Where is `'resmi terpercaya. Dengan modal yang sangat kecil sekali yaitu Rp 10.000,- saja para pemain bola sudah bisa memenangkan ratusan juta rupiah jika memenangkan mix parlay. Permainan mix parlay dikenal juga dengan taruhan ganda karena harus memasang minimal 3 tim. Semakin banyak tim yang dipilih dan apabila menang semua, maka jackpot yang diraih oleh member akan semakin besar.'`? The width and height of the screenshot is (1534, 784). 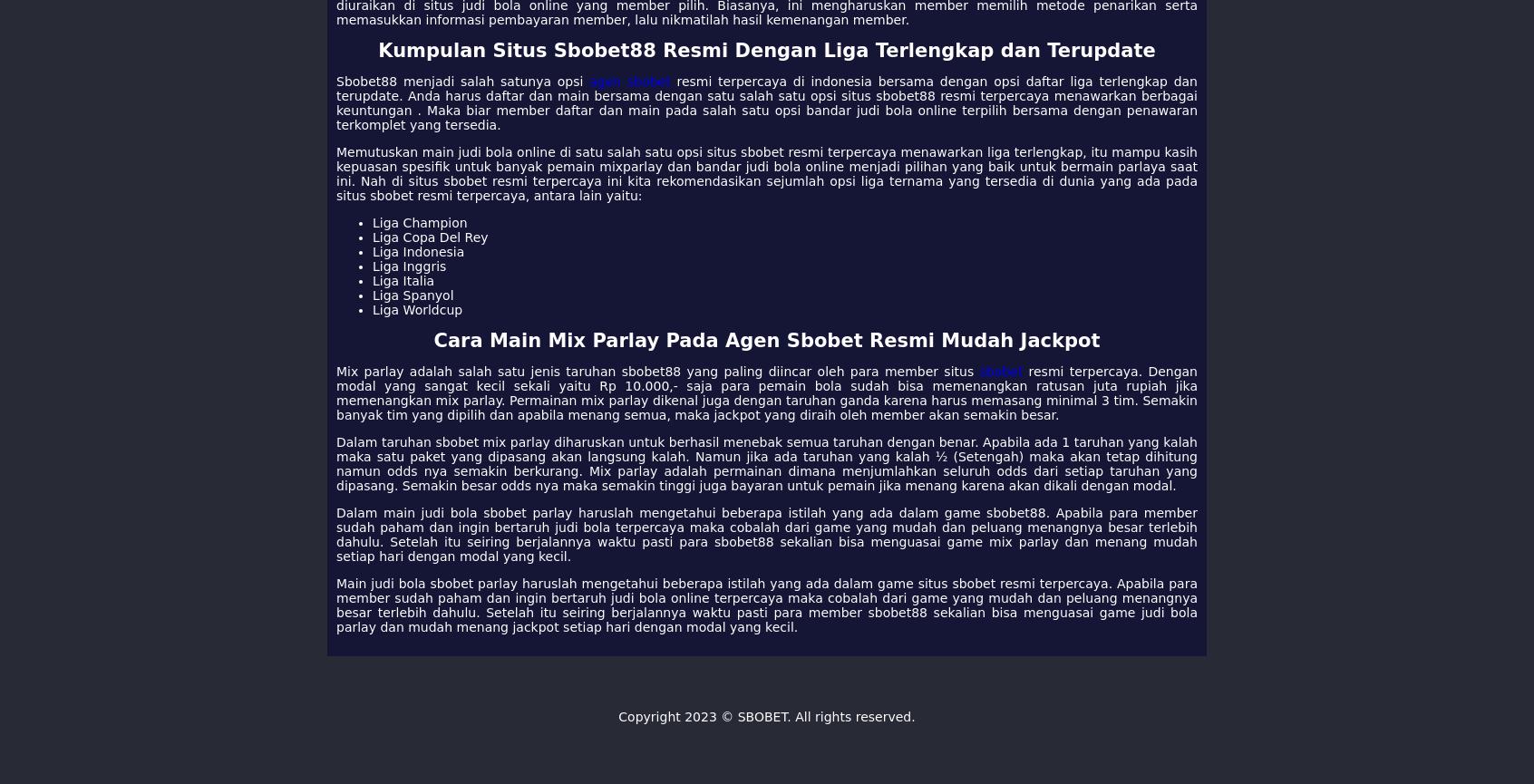
'resmi terpercaya. Dengan modal yang sangat kecil sekali yaitu Rp 10.000,- saja para pemain bola sudah bisa memenangkan ratusan juta rupiah jika memenangkan mix parlay. Permainan mix parlay dikenal juga dengan taruhan ganda karena harus memasang minimal 3 tim. Semakin banyak tim yang dipilih dan apabila menang semua, maka jackpot yang diraih oleh member akan semakin besar.' is located at coordinates (767, 392).